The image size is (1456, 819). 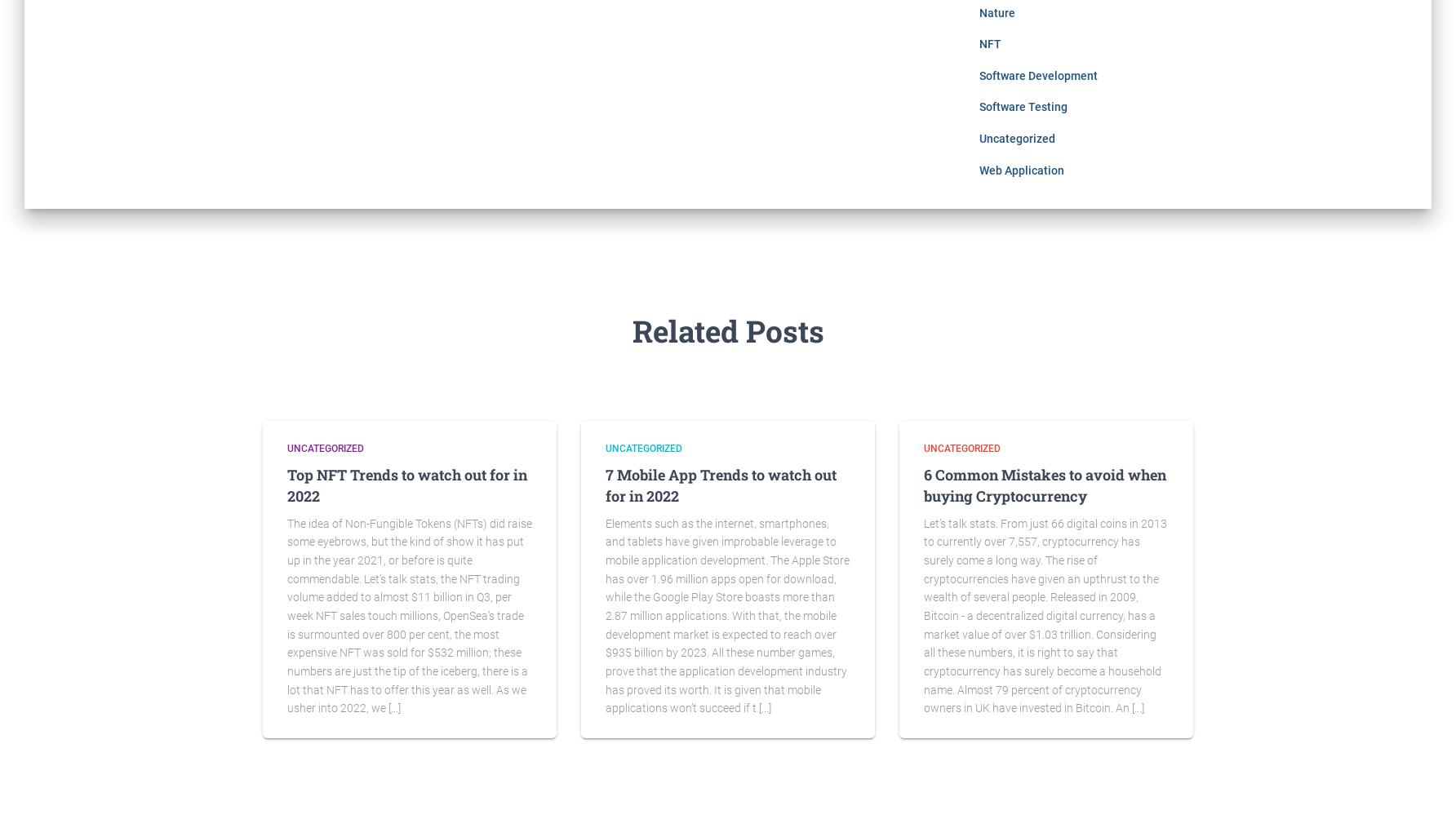 I want to click on 'Top NFT Trends to watch out for in 2022', so click(x=406, y=485).